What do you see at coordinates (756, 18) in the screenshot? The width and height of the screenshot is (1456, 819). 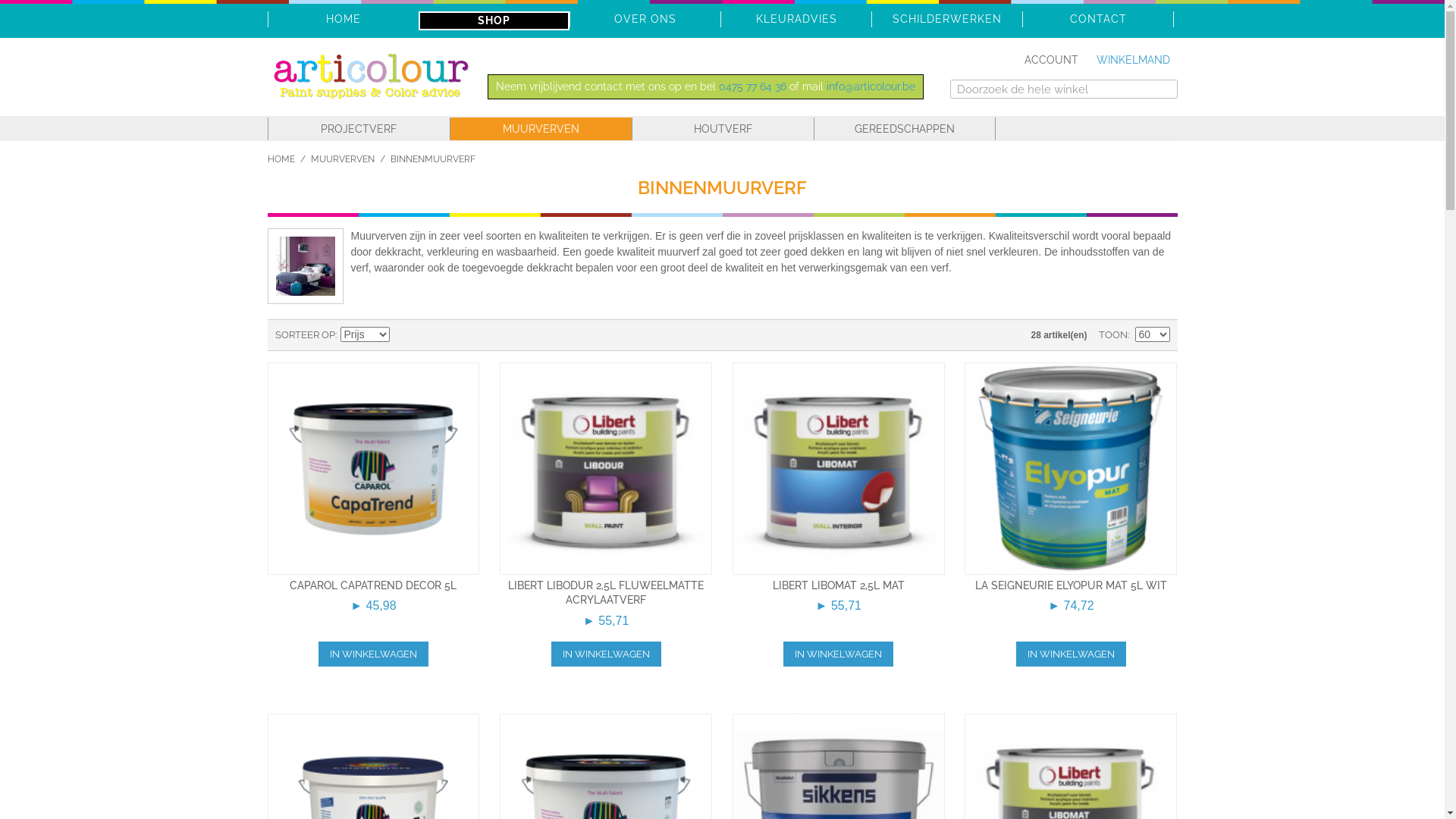 I see `'KLEURADVIES'` at bounding box center [756, 18].